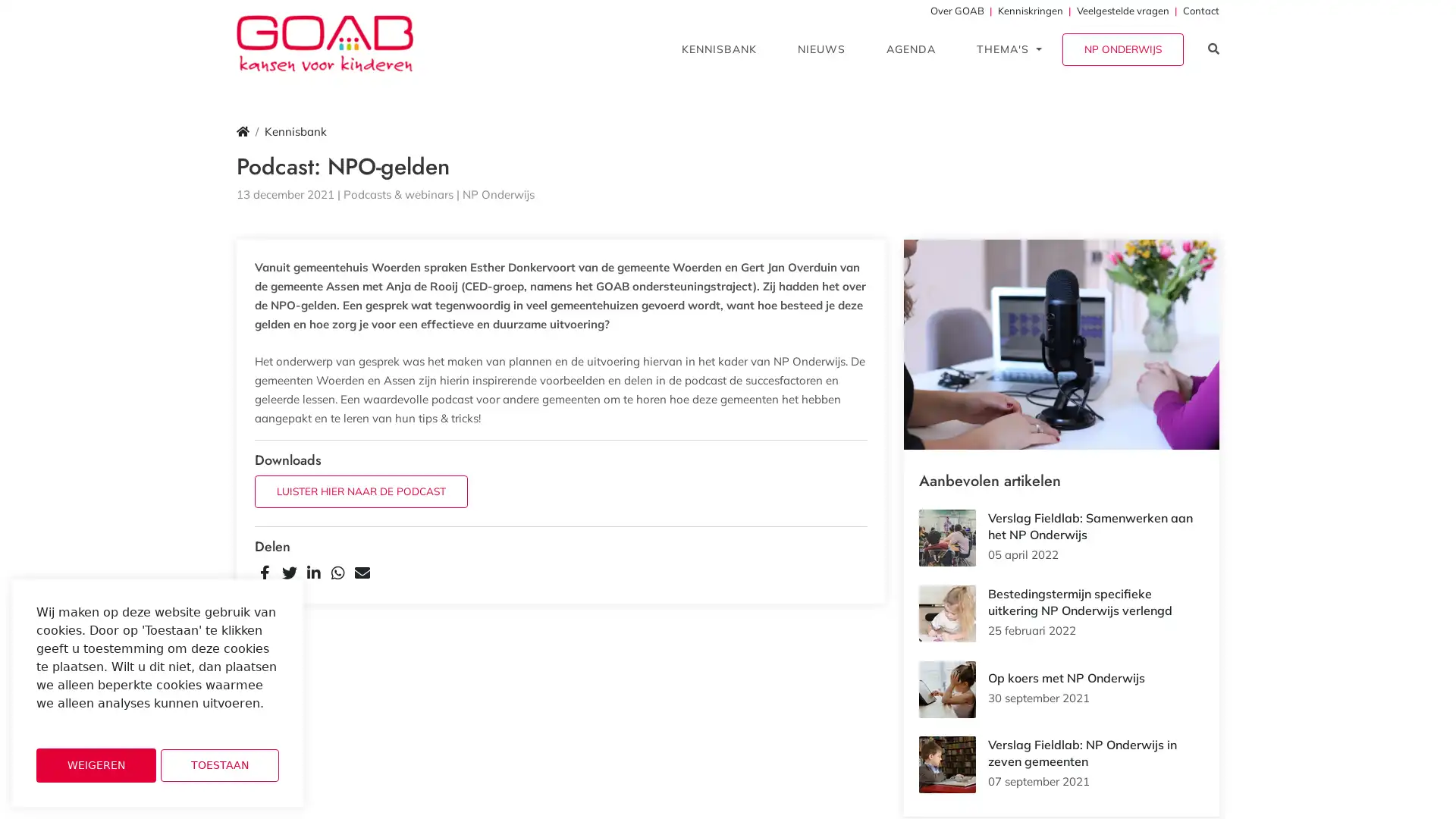 The width and height of the screenshot is (1456, 819). I want to click on dismiss cookie message, so click(95, 765).